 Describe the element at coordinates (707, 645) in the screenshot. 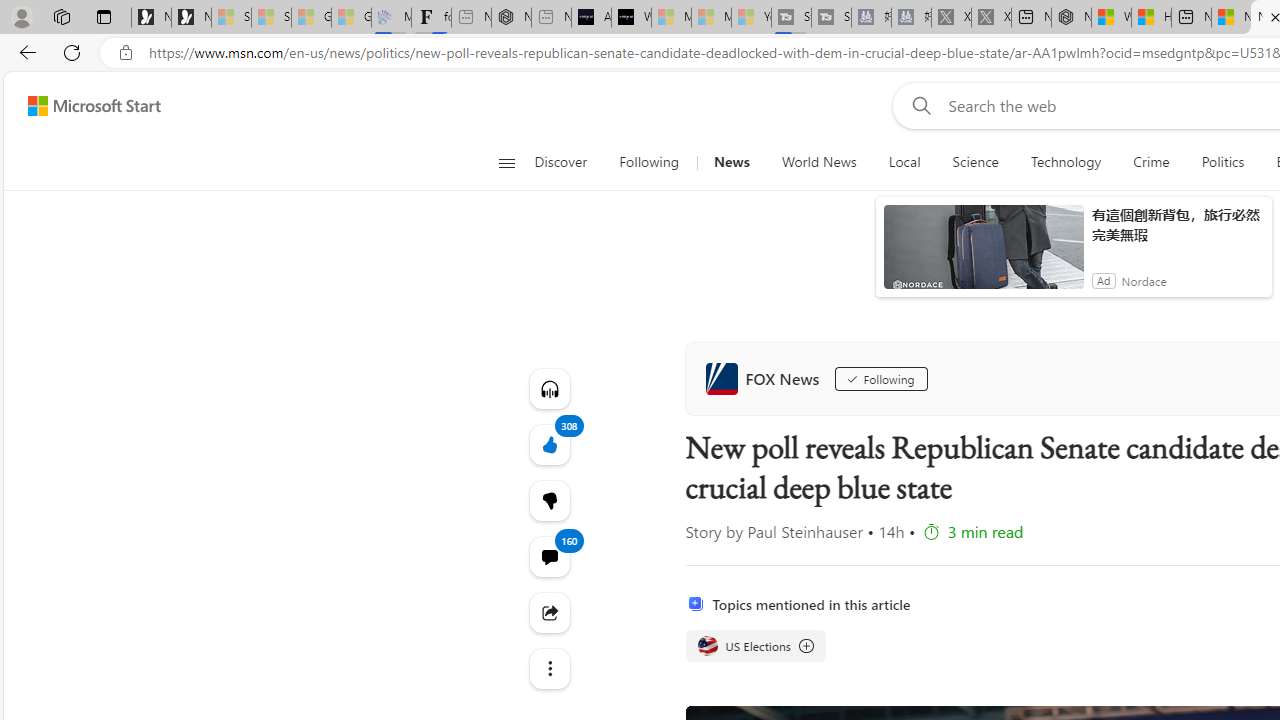

I see `'US Elections'` at that location.